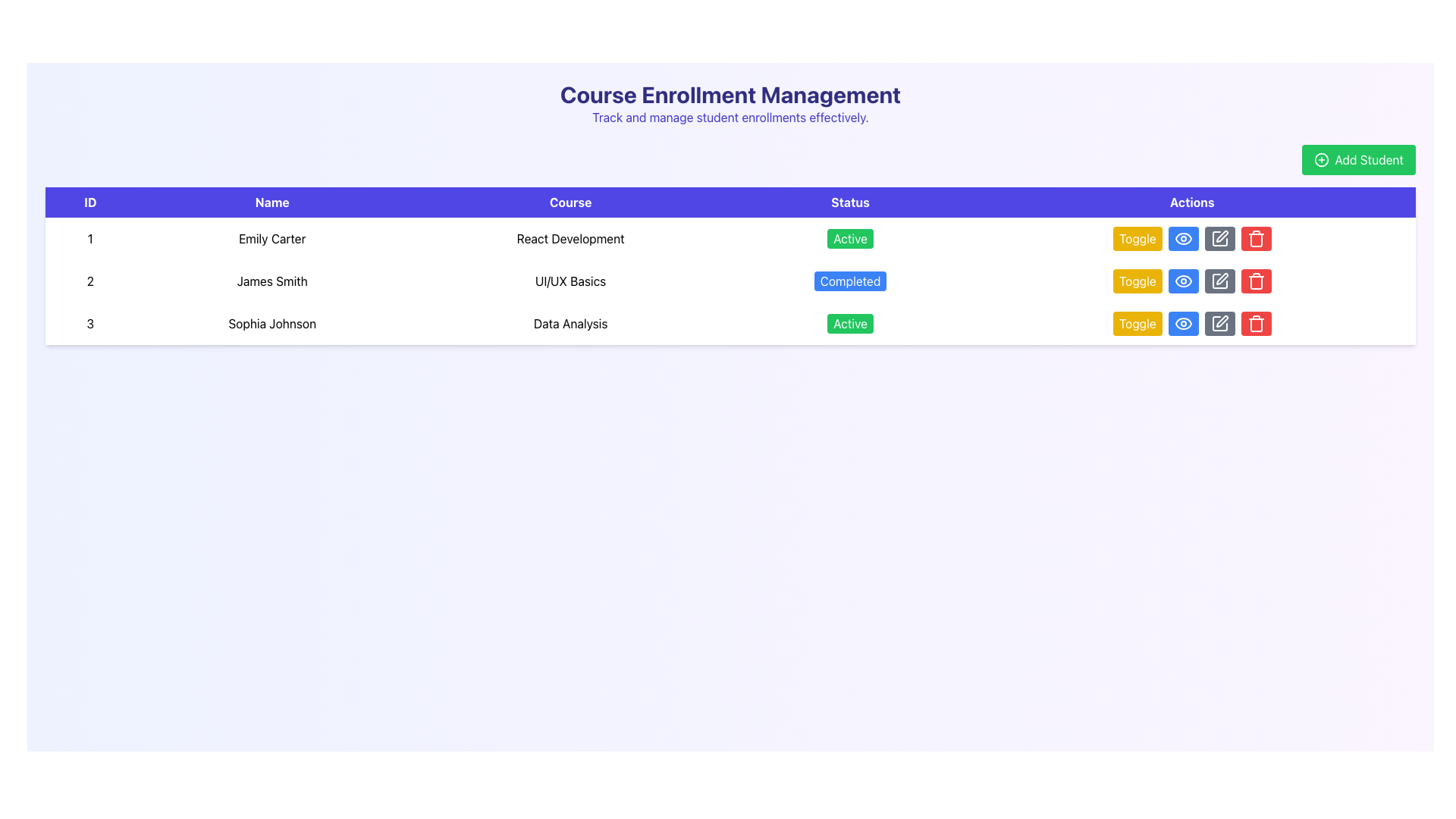 This screenshot has width=1456, height=819. I want to click on the delete button located in the third row of the 'Actions' column in the table, so click(1256, 323).